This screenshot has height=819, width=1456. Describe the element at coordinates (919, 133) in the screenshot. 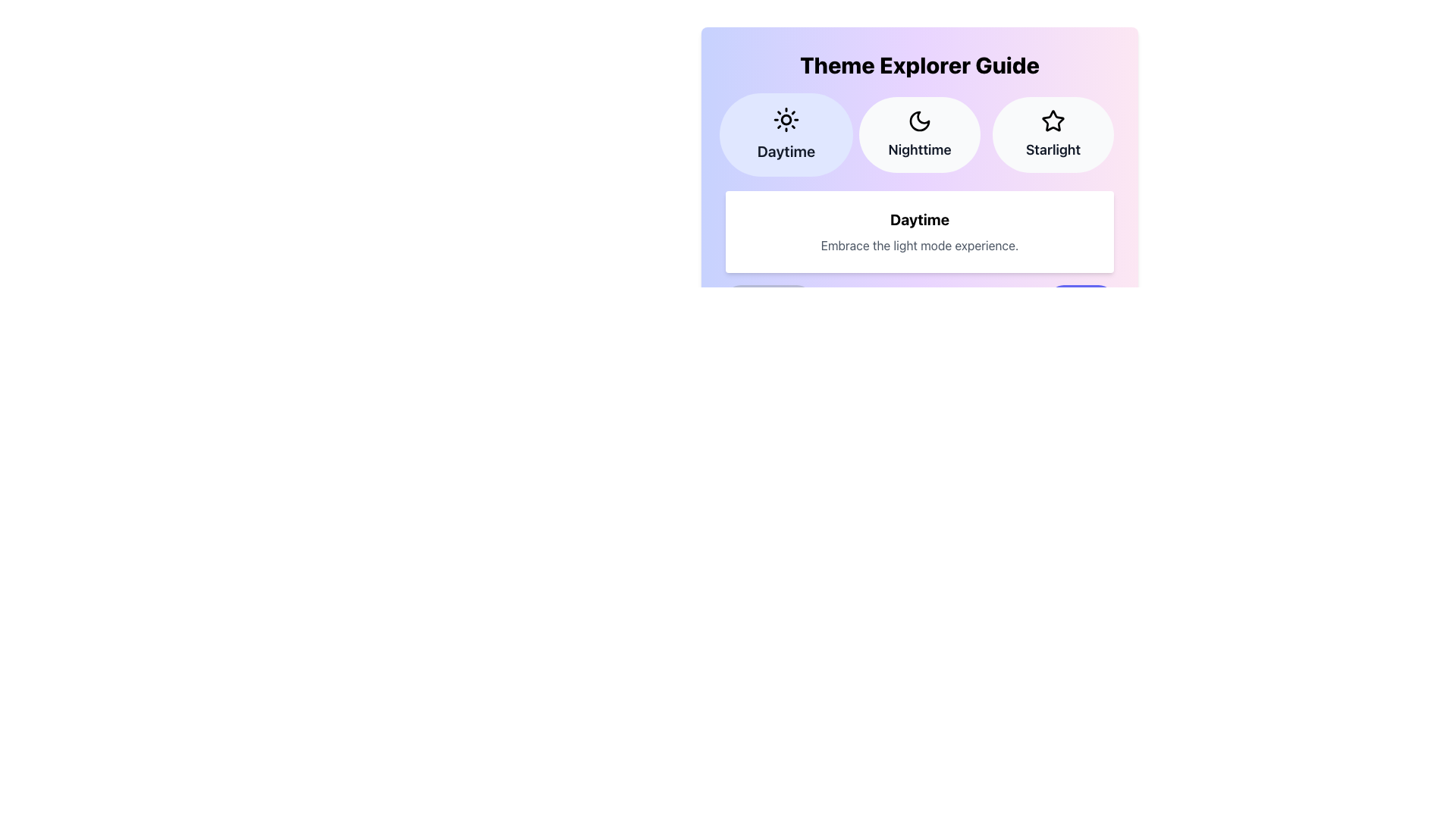

I see `the circular 'Nighttime' button with a crescent moon icon` at that location.